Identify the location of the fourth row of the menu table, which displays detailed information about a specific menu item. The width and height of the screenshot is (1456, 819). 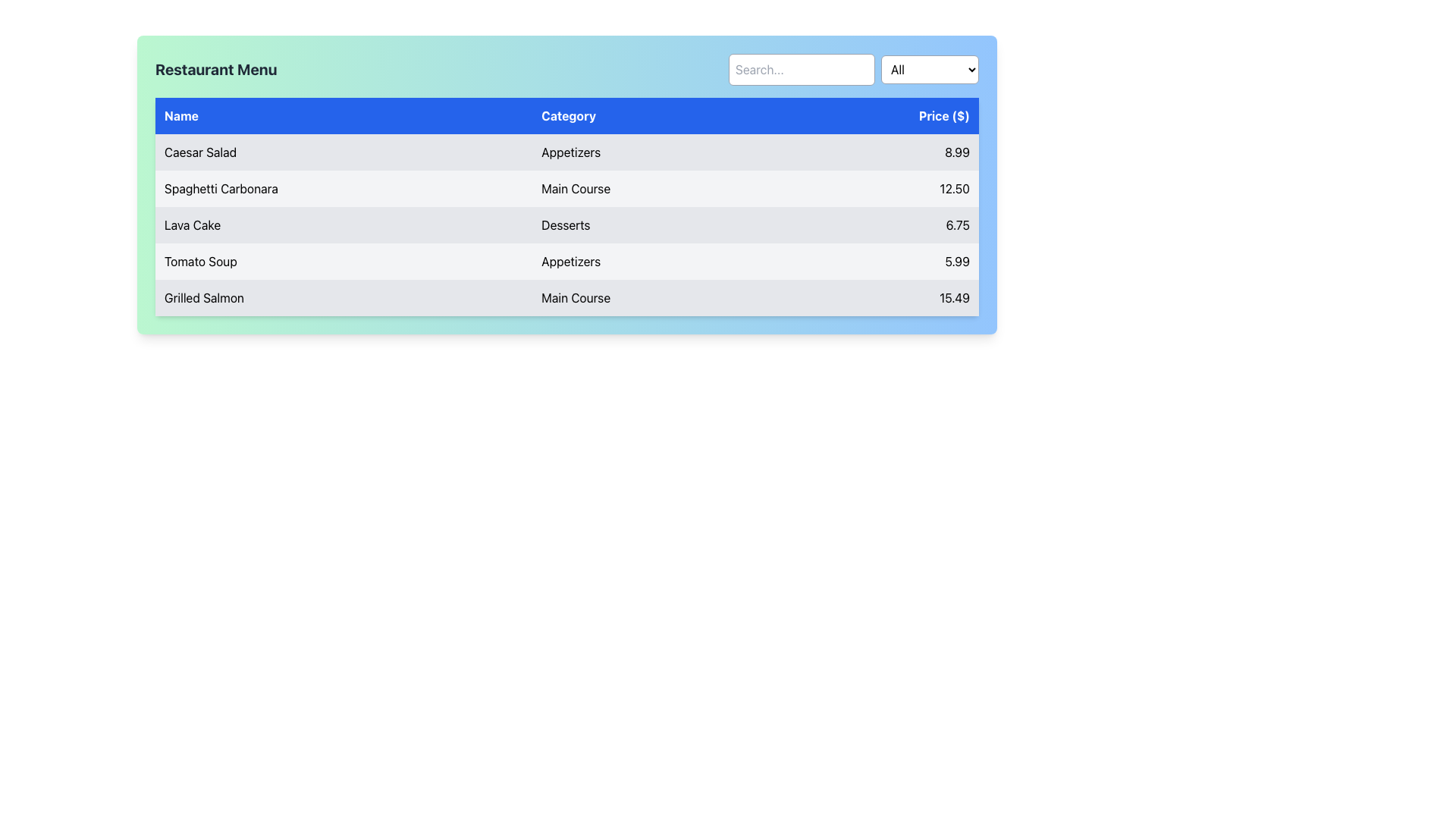
(566, 260).